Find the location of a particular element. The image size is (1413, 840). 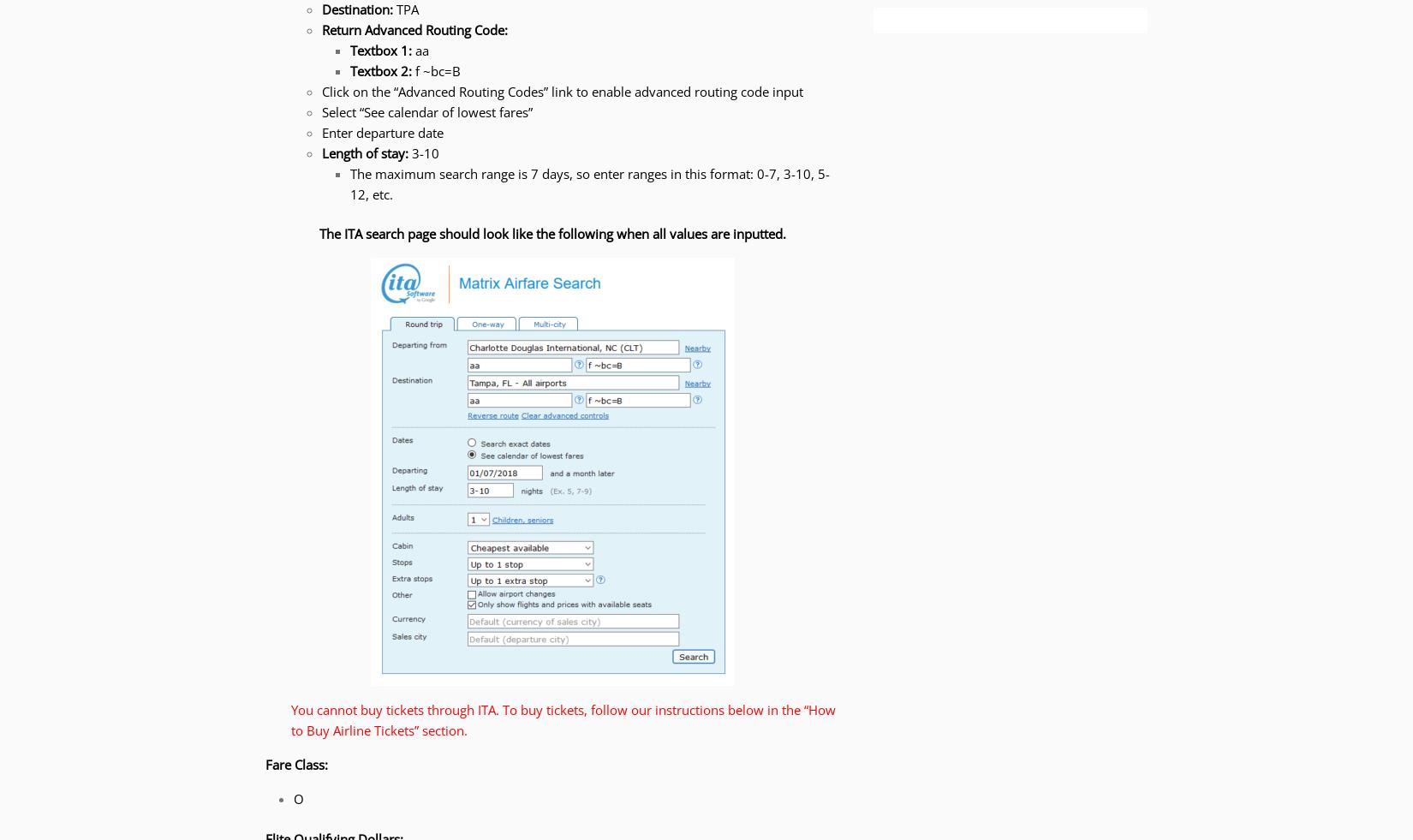

'Textbox 2:' is located at coordinates (381, 69).